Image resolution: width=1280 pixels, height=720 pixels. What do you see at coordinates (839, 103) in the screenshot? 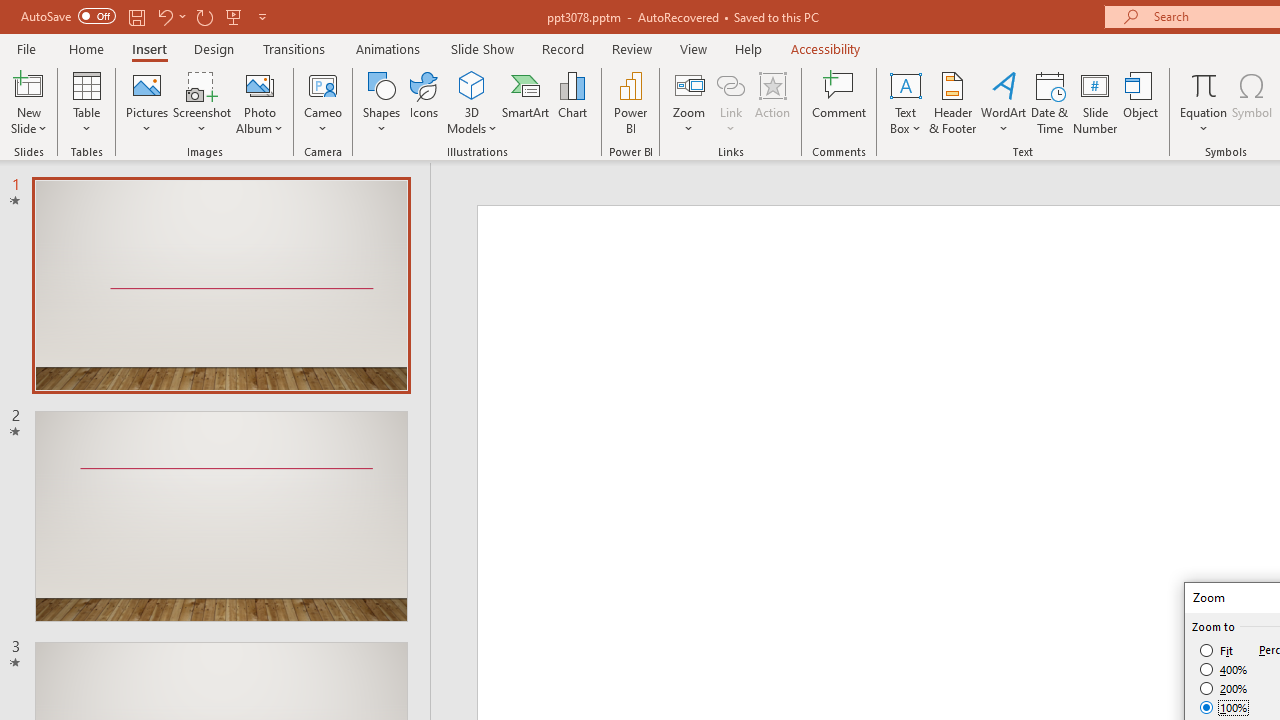
I see `'Comment'` at bounding box center [839, 103].